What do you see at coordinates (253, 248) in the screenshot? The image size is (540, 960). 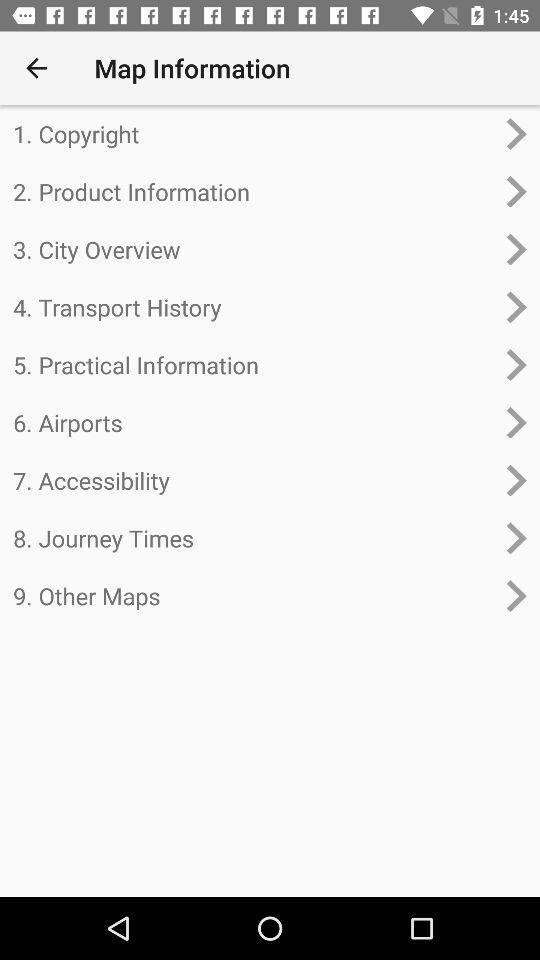 I see `3. city overview` at bounding box center [253, 248].